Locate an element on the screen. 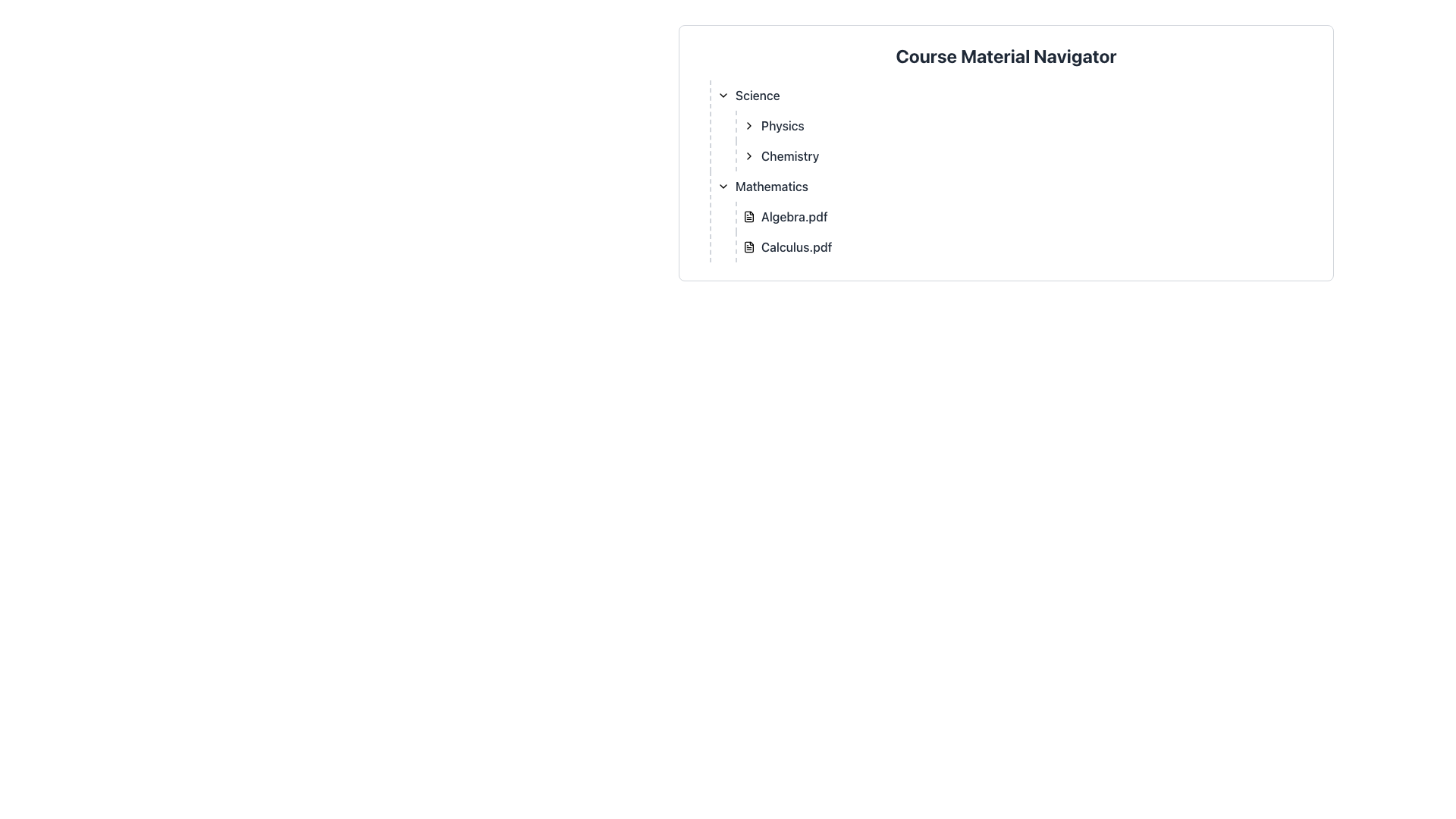  the downward-pointing chevron icon located to the left of the 'Mathematics' label is located at coordinates (723, 186).